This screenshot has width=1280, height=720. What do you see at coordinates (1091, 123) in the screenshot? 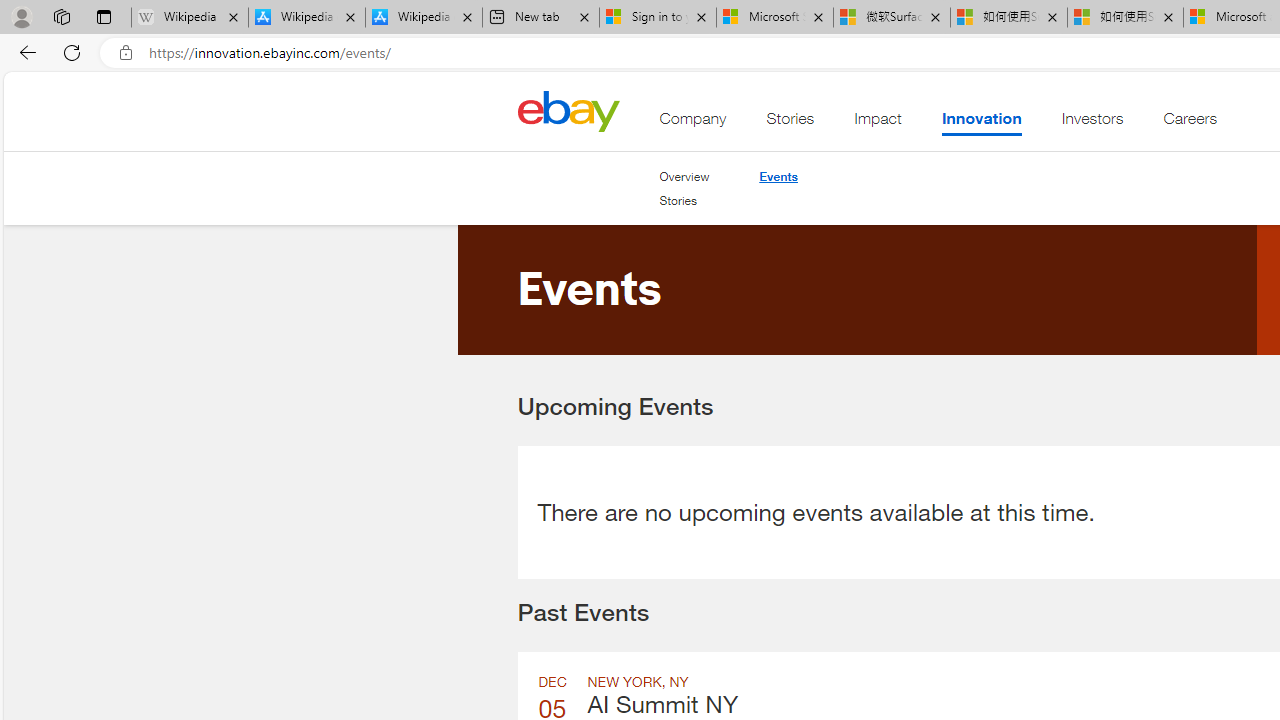
I see `'Investors'` at bounding box center [1091, 123].